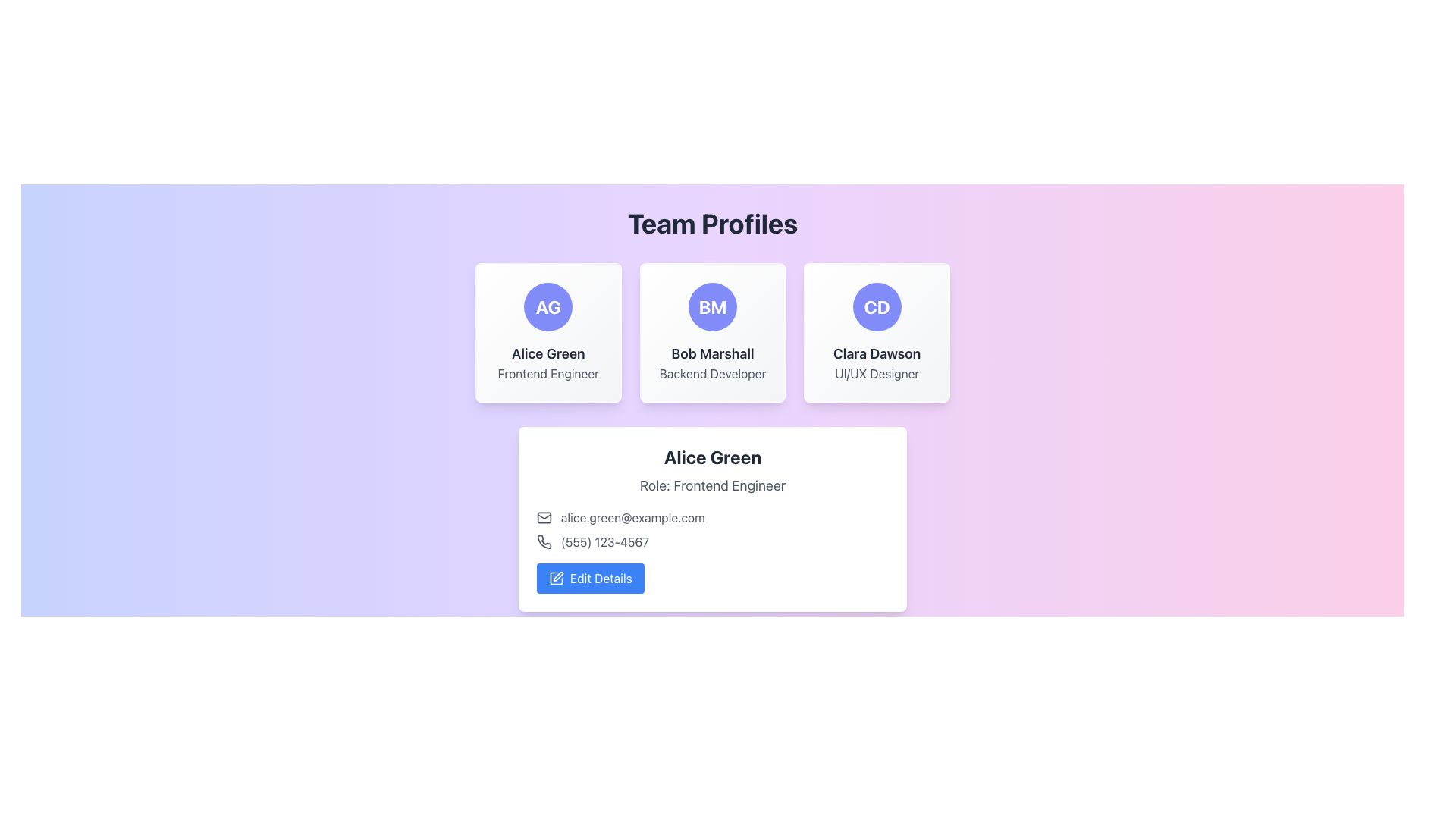 The height and width of the screenshot is (819, 1456). What do you see at coordinates (712, 332) in the screenshot?
I see `the central user profile card displaying the user's initials, name, and role within the system` at bounding box center [712, 332].